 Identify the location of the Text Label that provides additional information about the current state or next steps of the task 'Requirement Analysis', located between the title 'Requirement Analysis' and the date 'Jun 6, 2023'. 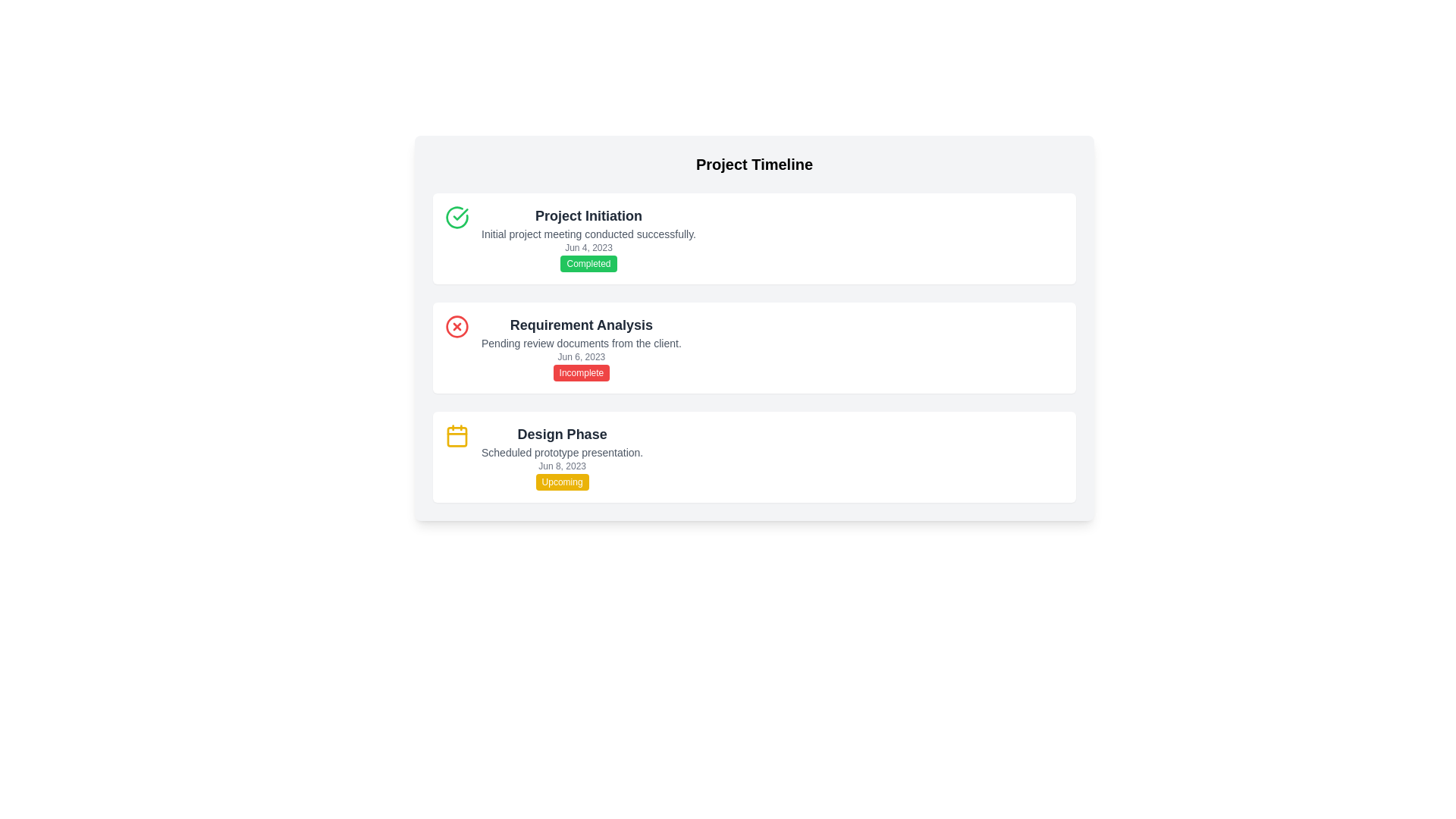
(580, 343).